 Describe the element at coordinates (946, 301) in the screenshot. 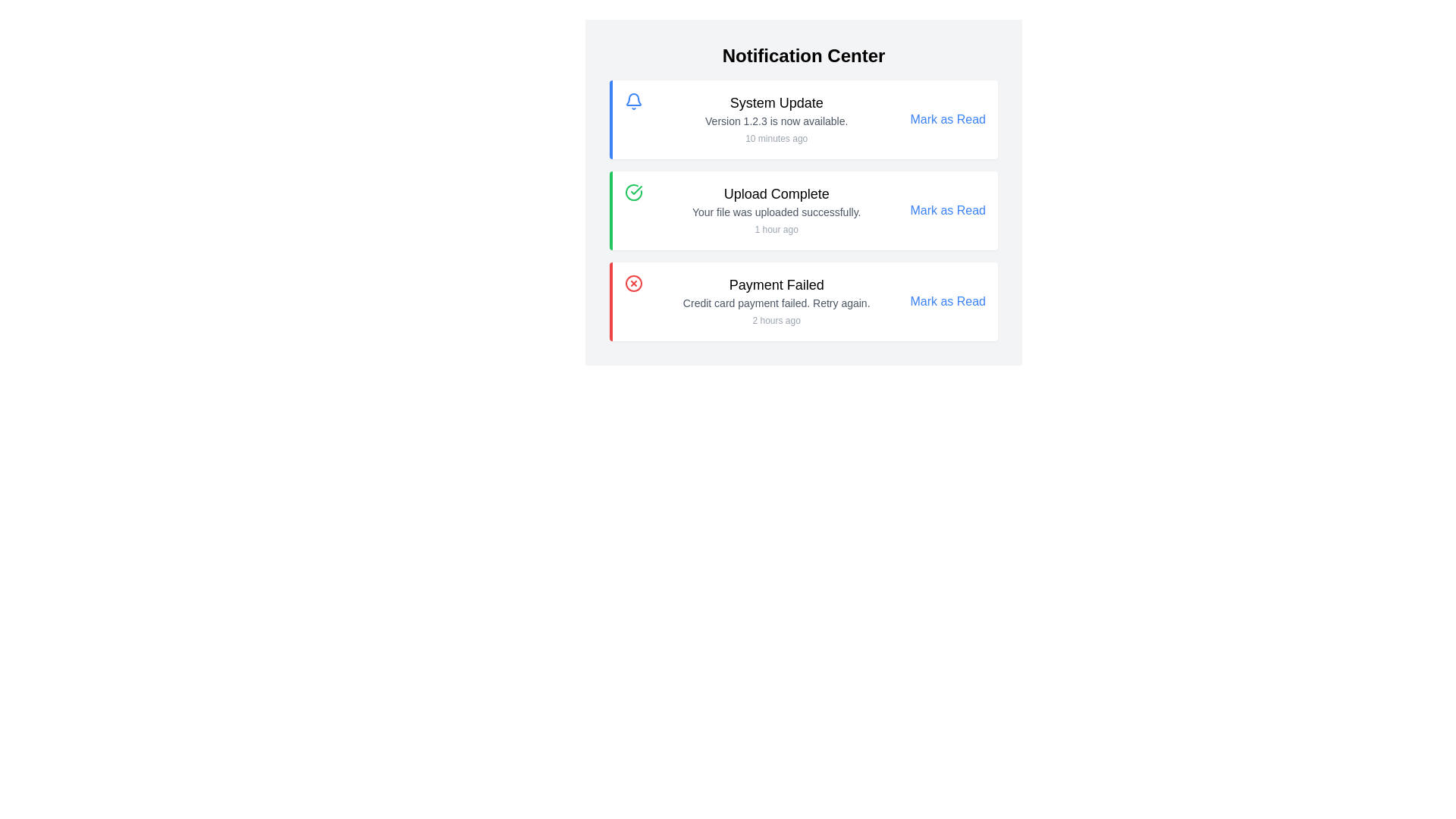

I see `the 'Mark as Read' blue text link located in the lower right corner of the third notification card to mark the notification as read` at that location.